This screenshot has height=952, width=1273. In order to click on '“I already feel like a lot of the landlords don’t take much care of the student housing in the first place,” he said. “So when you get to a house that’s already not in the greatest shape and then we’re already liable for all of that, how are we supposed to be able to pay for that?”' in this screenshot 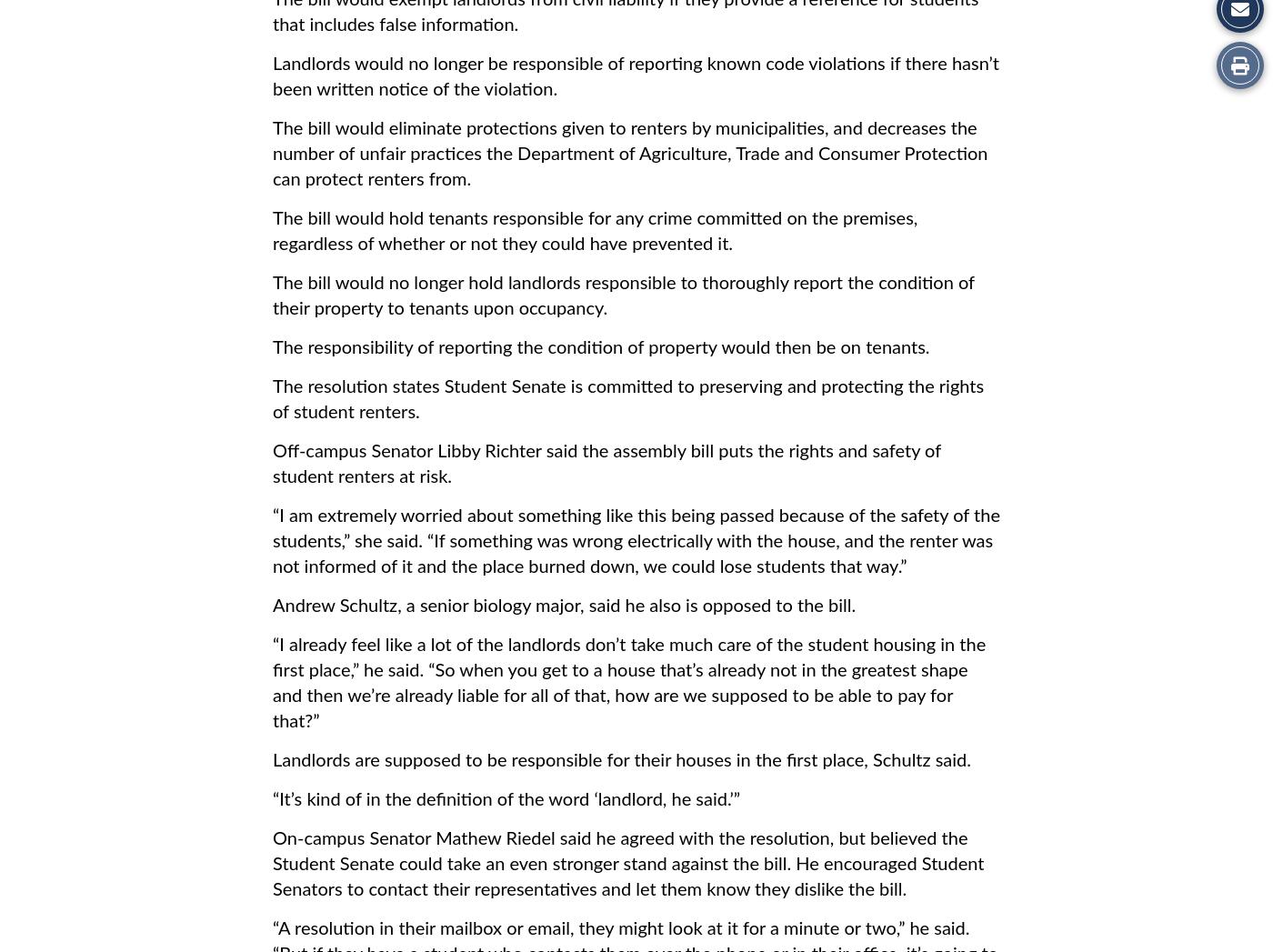, I will do `click(629, 683)`.